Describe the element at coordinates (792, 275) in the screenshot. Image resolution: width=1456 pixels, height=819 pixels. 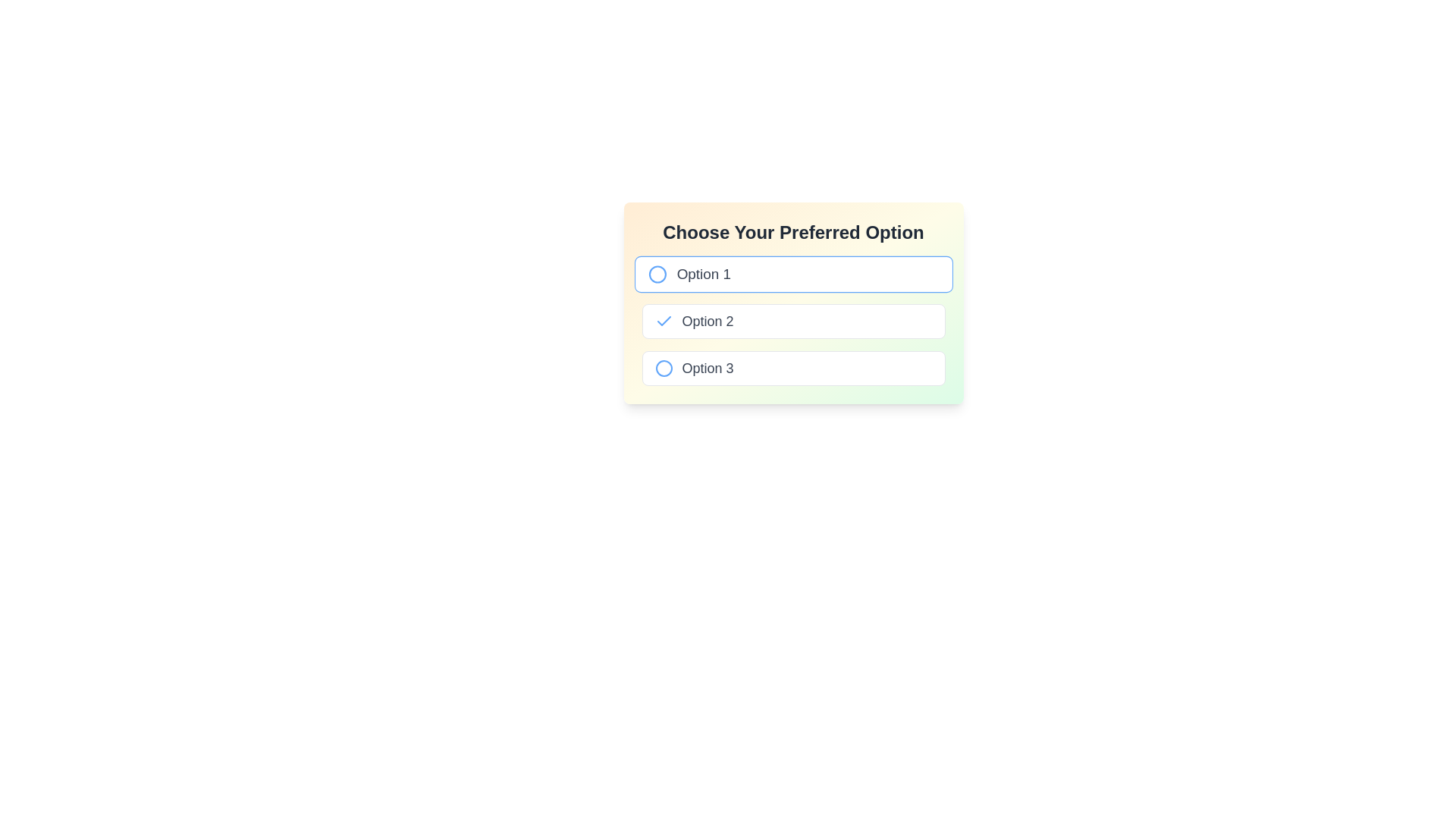
I see `the circular radio button for 'Option 1'` at that location.